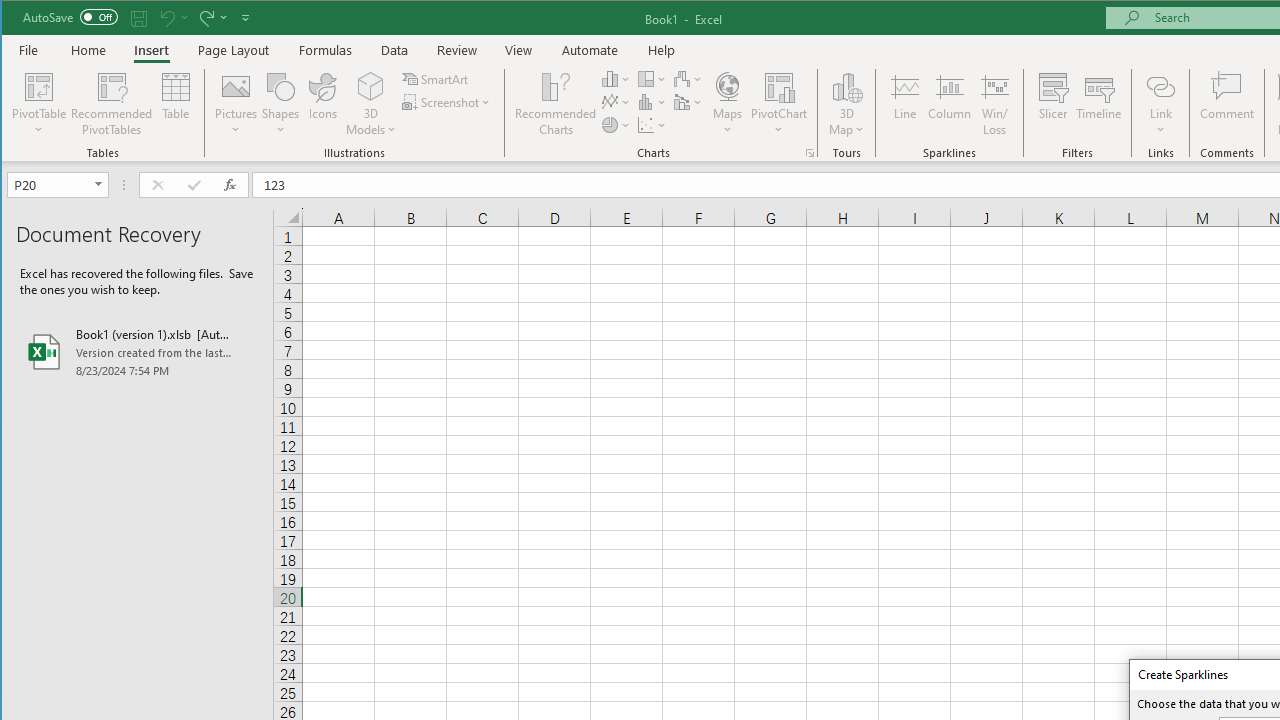  I want to click on 'Slicer...', so click(1051, 104).